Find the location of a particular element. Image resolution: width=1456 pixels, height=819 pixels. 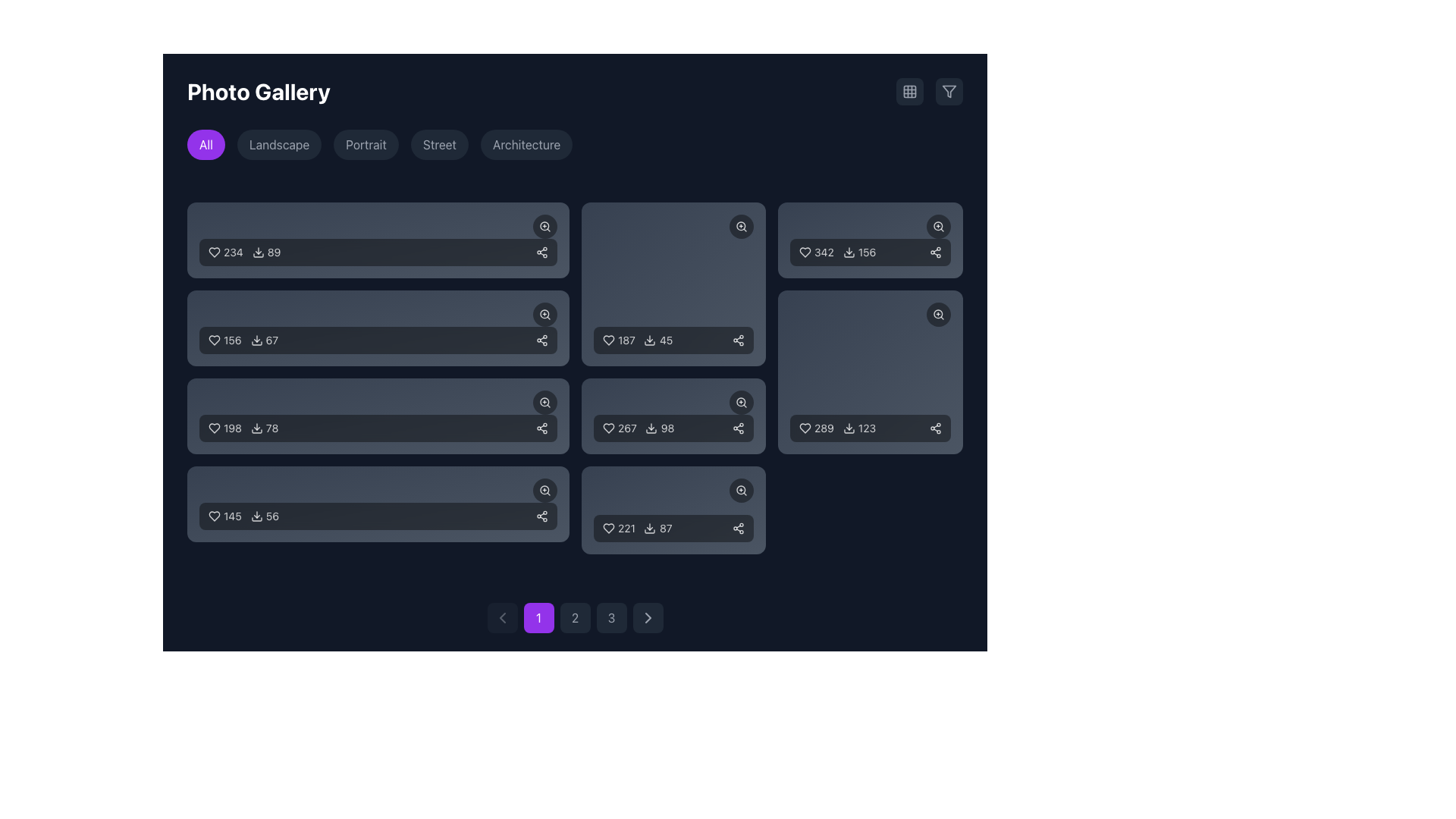

the share icon on the Card with interactive elements located in the second row and fourth column of the grid layout to share the item is located at coordinates (673, 416).